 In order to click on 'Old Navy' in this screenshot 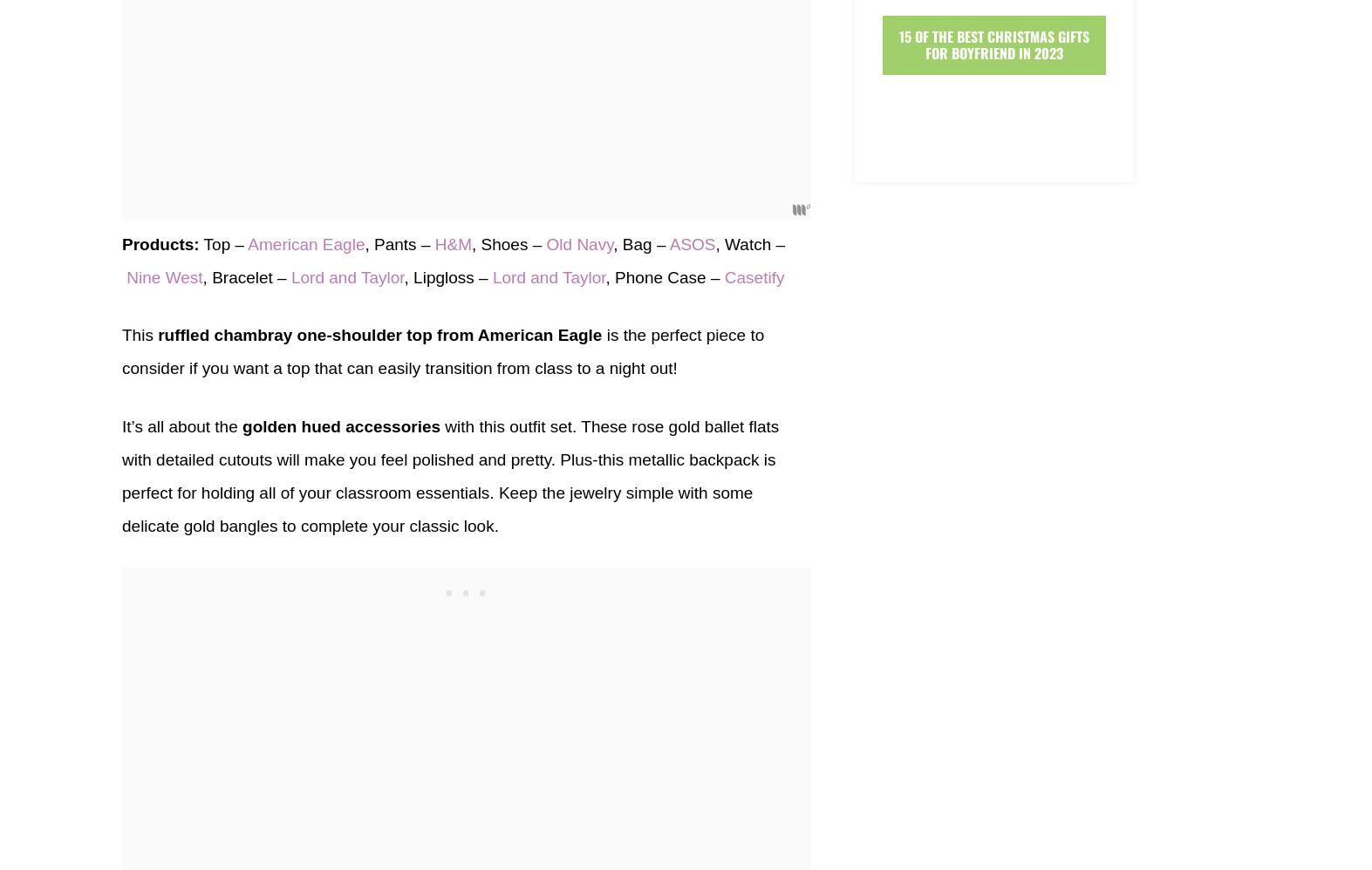, I will do `click(546, 242)`.